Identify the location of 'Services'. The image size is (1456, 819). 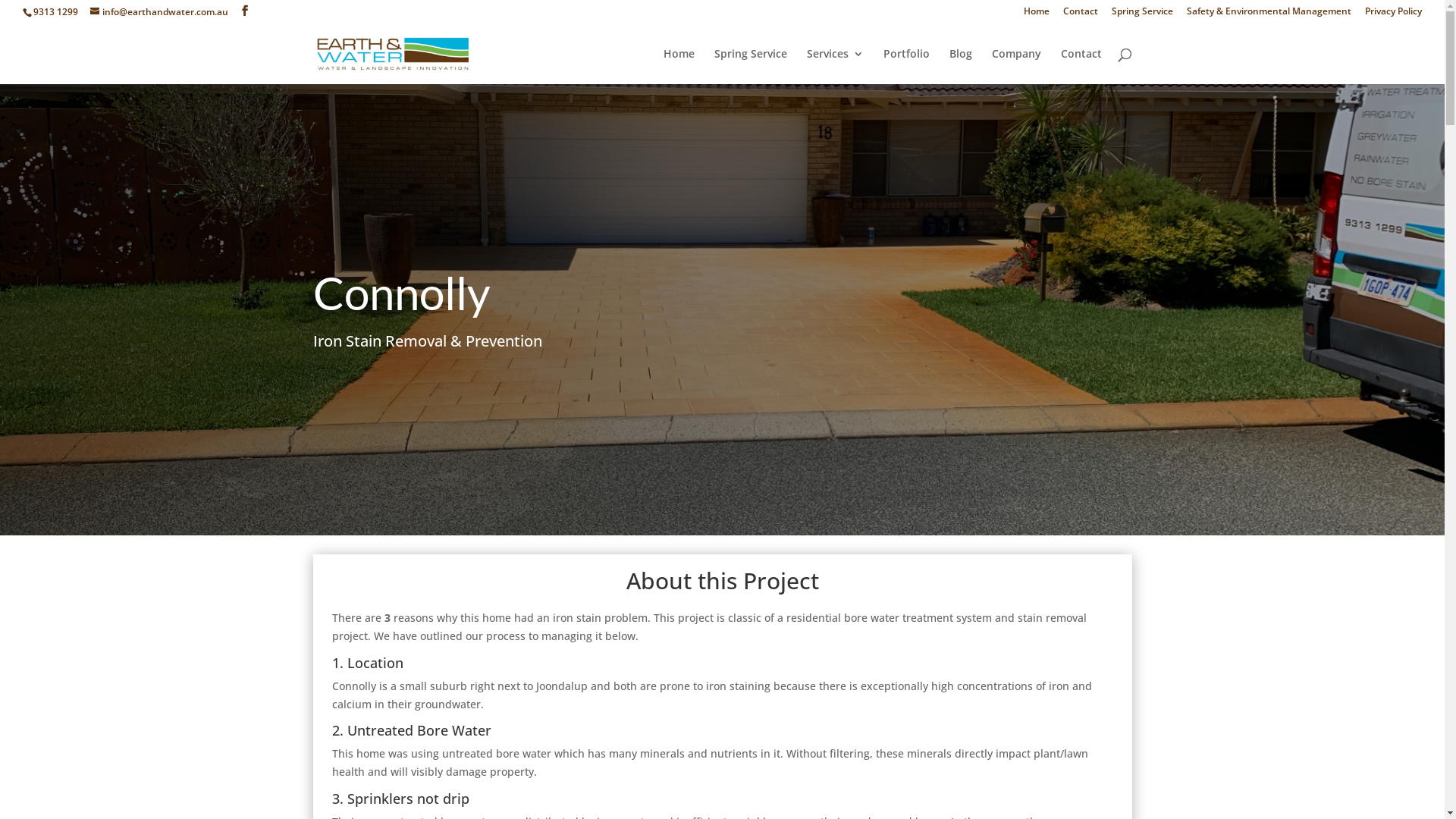
(834, 65).